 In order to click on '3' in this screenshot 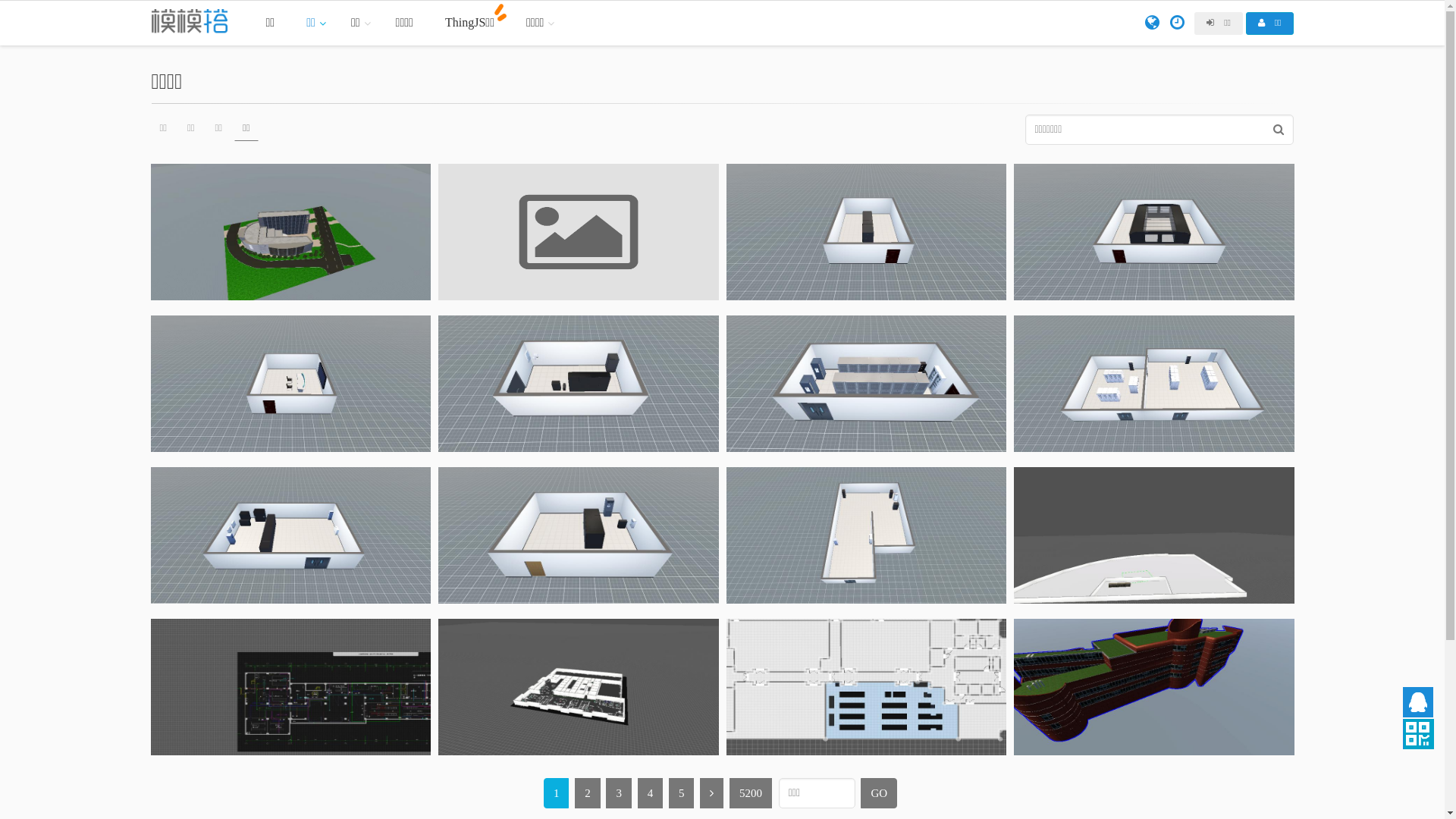, I will do `click(619, 792)`.